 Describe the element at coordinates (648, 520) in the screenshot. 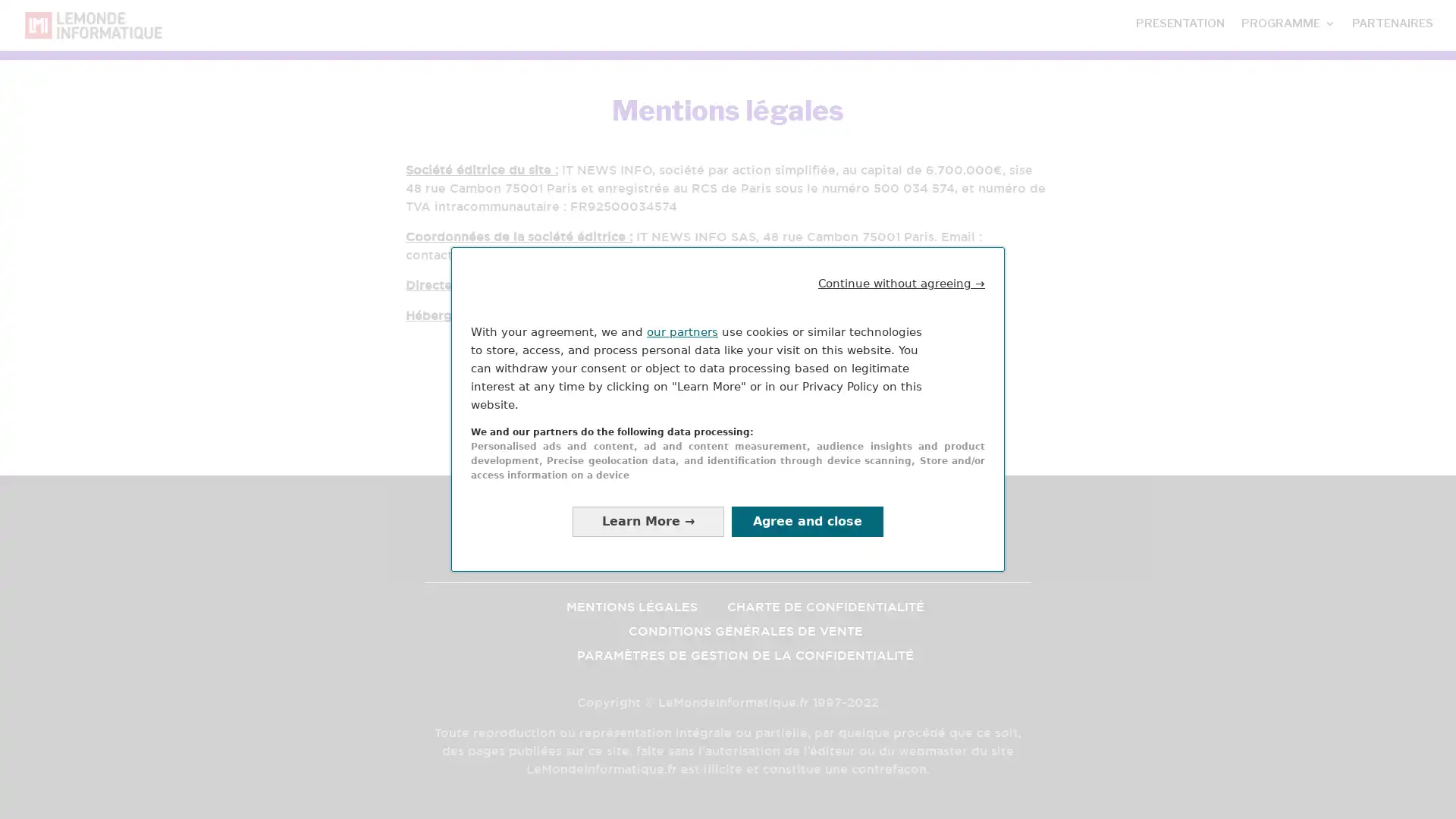

I see `Configure your consents` at that location.